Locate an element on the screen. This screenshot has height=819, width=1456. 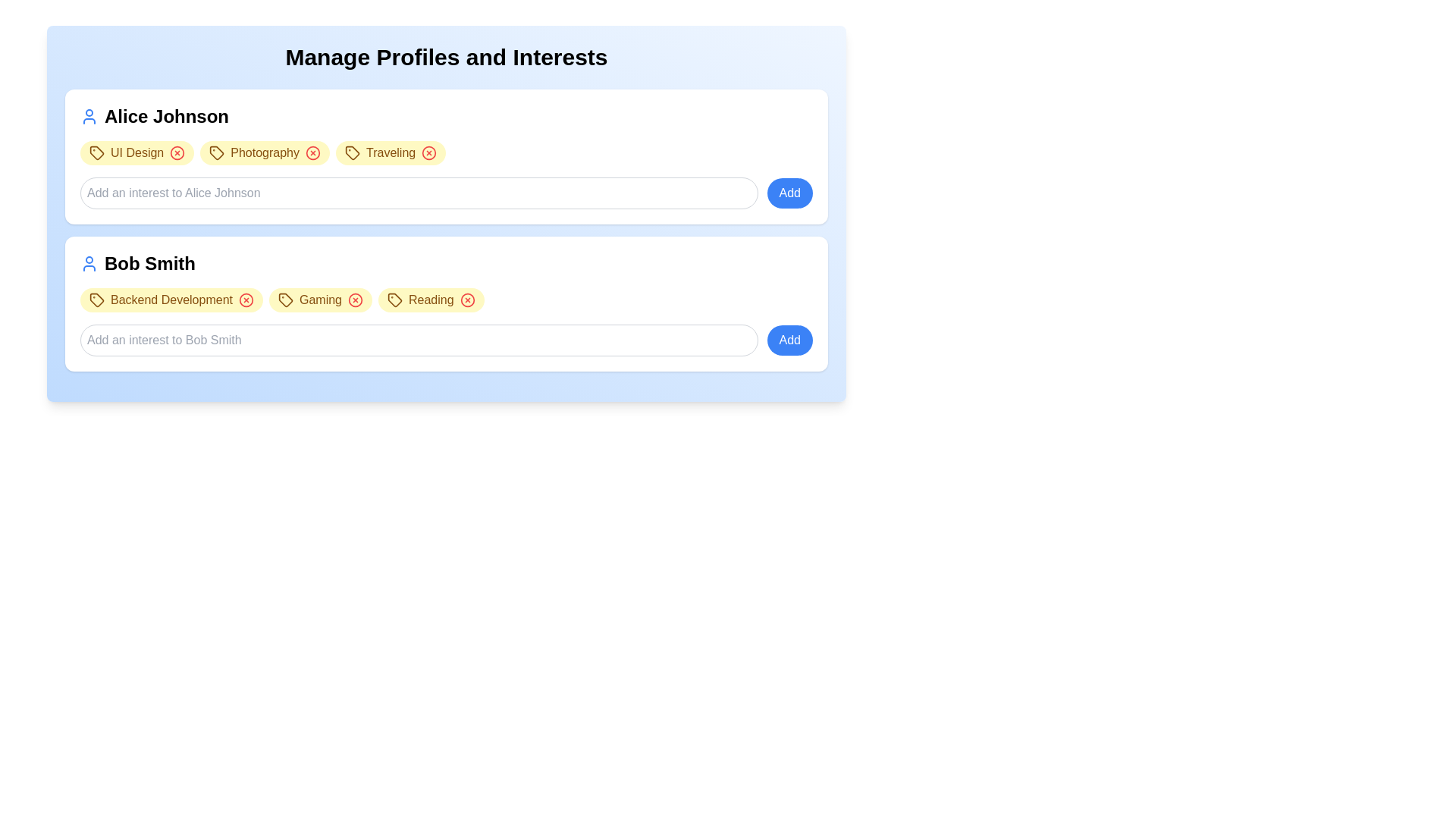
the decorative SVG tag icon located to the left of the text label 'Photography' within the yellow button under 'Alice Johnson' is located at coordinates (216, 152).